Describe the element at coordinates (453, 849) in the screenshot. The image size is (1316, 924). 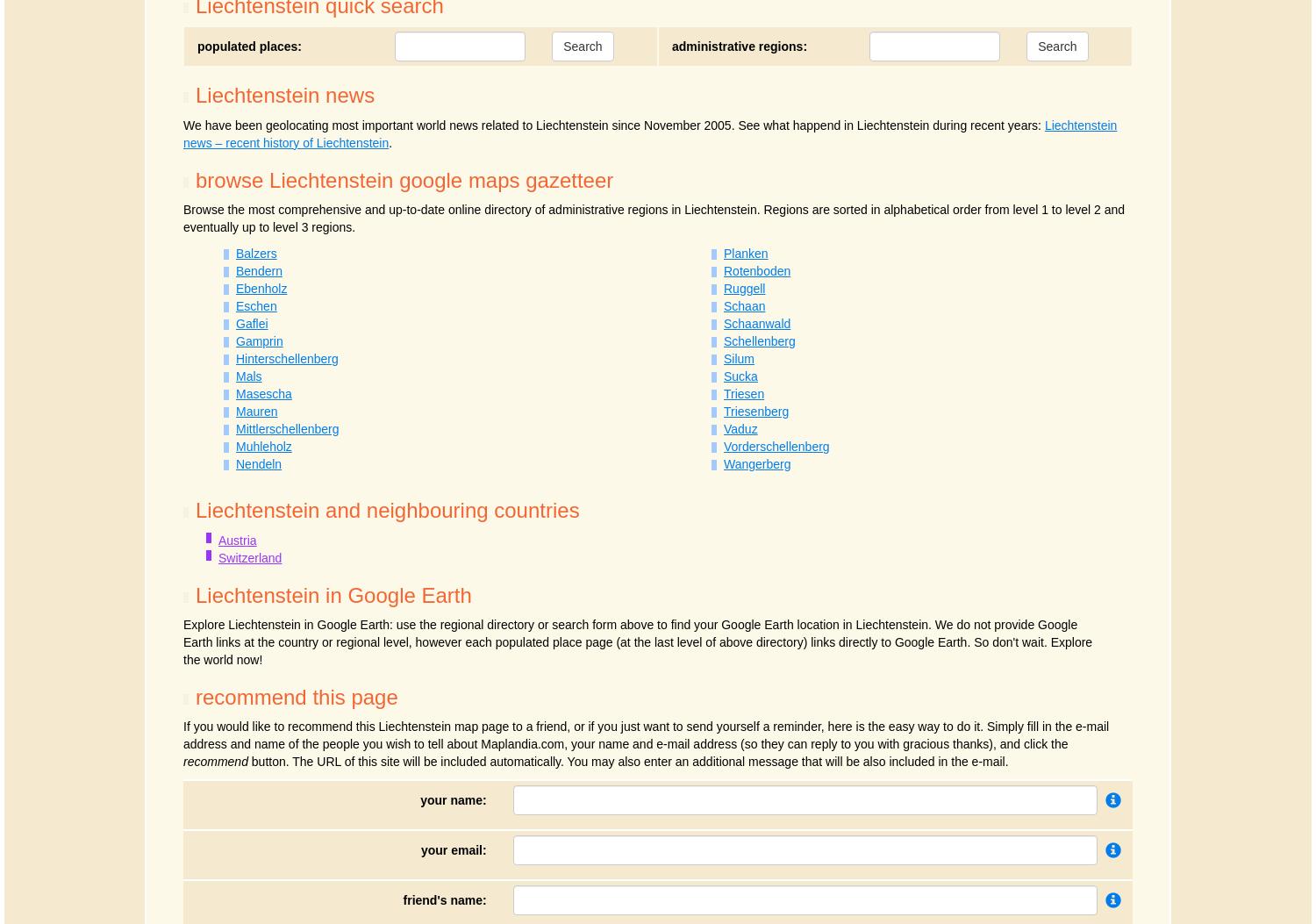
I see `'your email:'` at that location.